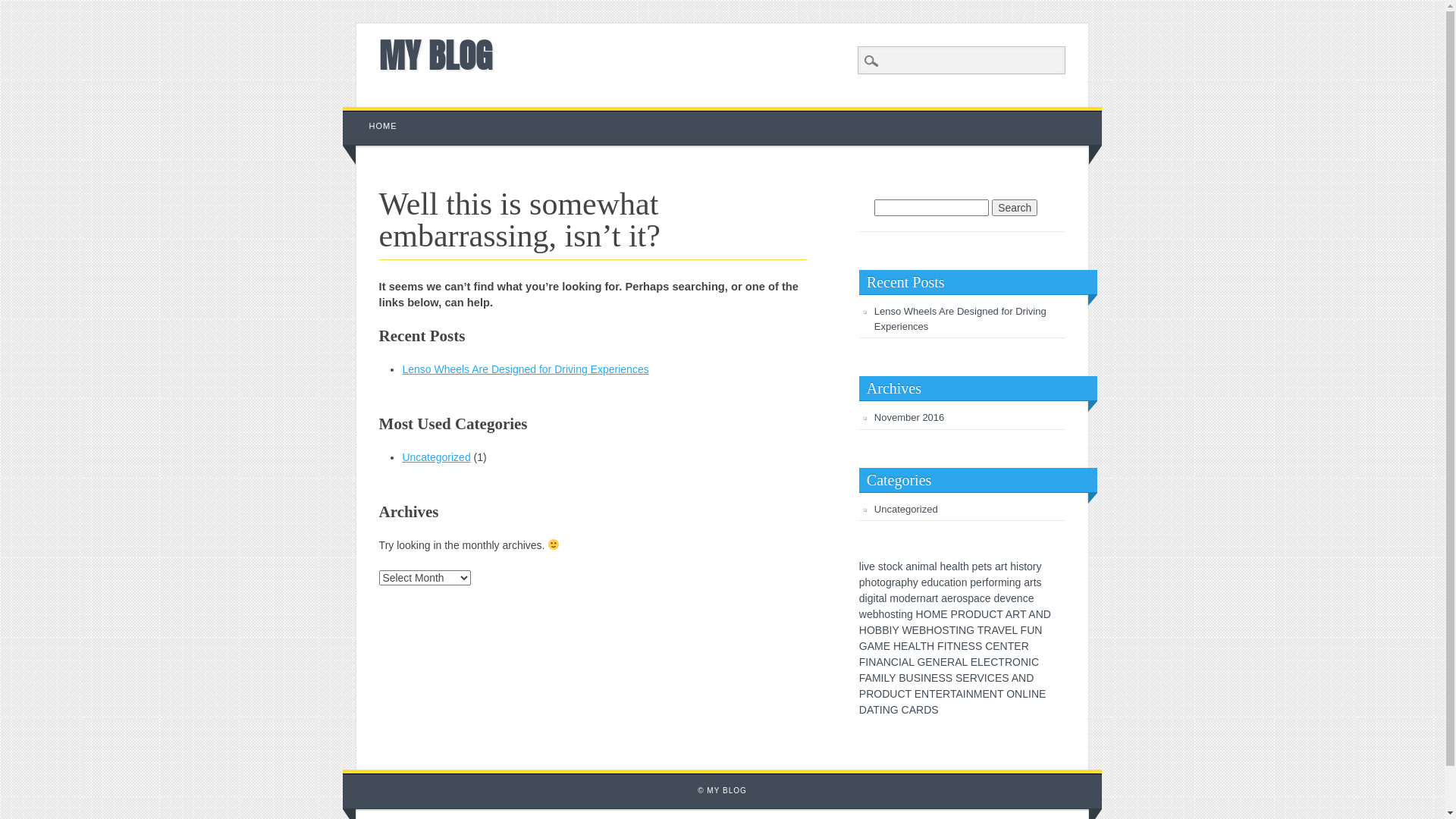 This screenshot has height=819, width=1456. Describe the element at coordinates (871, 629) in the screenshot. I see `'O'` at that location.